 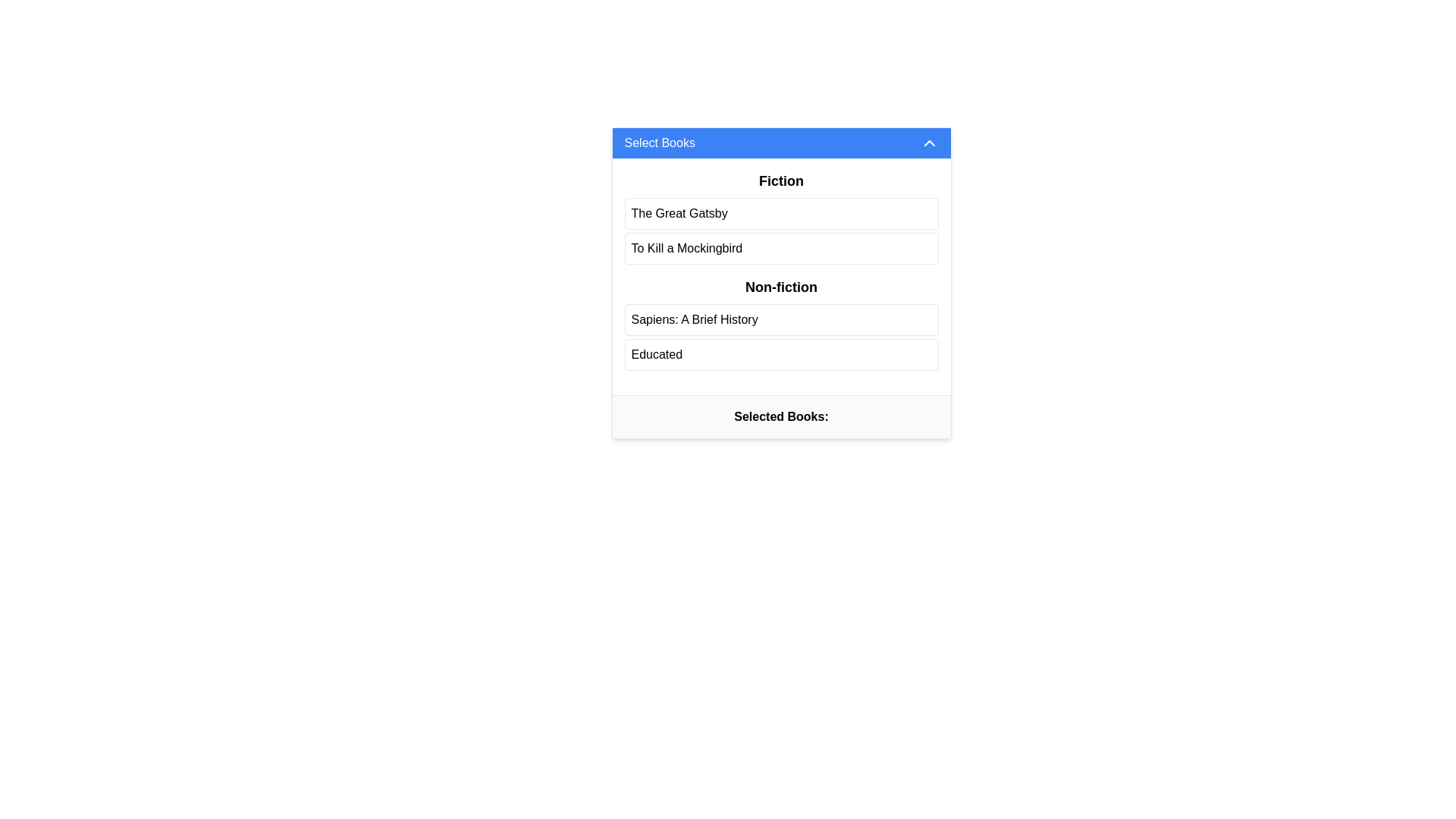 What do you see at coordinates (657, 354) in the screenshot?
I see `the text item displaying 'Educated' located` at bounding box center [657, 354].